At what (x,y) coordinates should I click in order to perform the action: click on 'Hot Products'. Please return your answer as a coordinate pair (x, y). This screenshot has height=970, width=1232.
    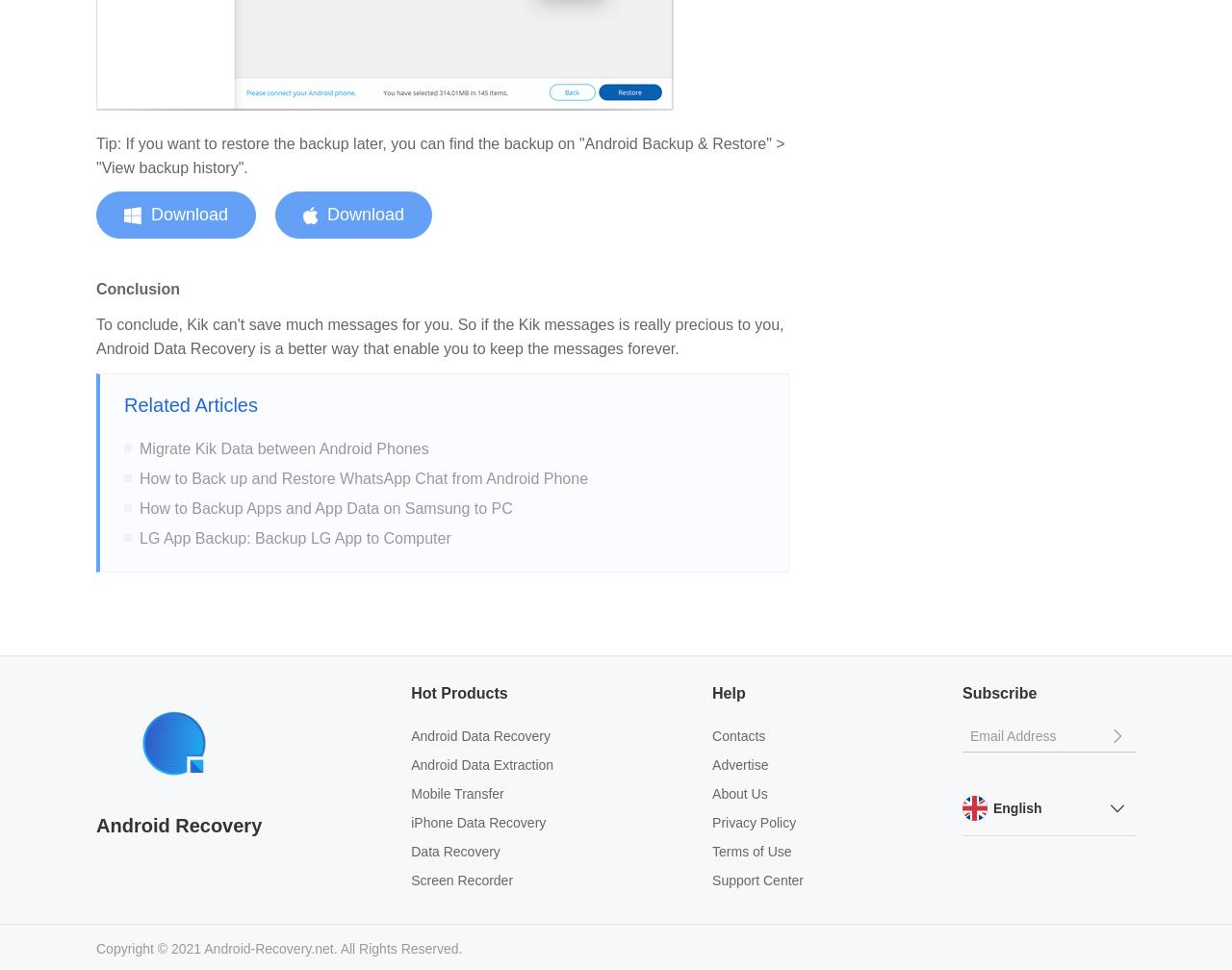
    Looking at the image, I should click on (458, 692).